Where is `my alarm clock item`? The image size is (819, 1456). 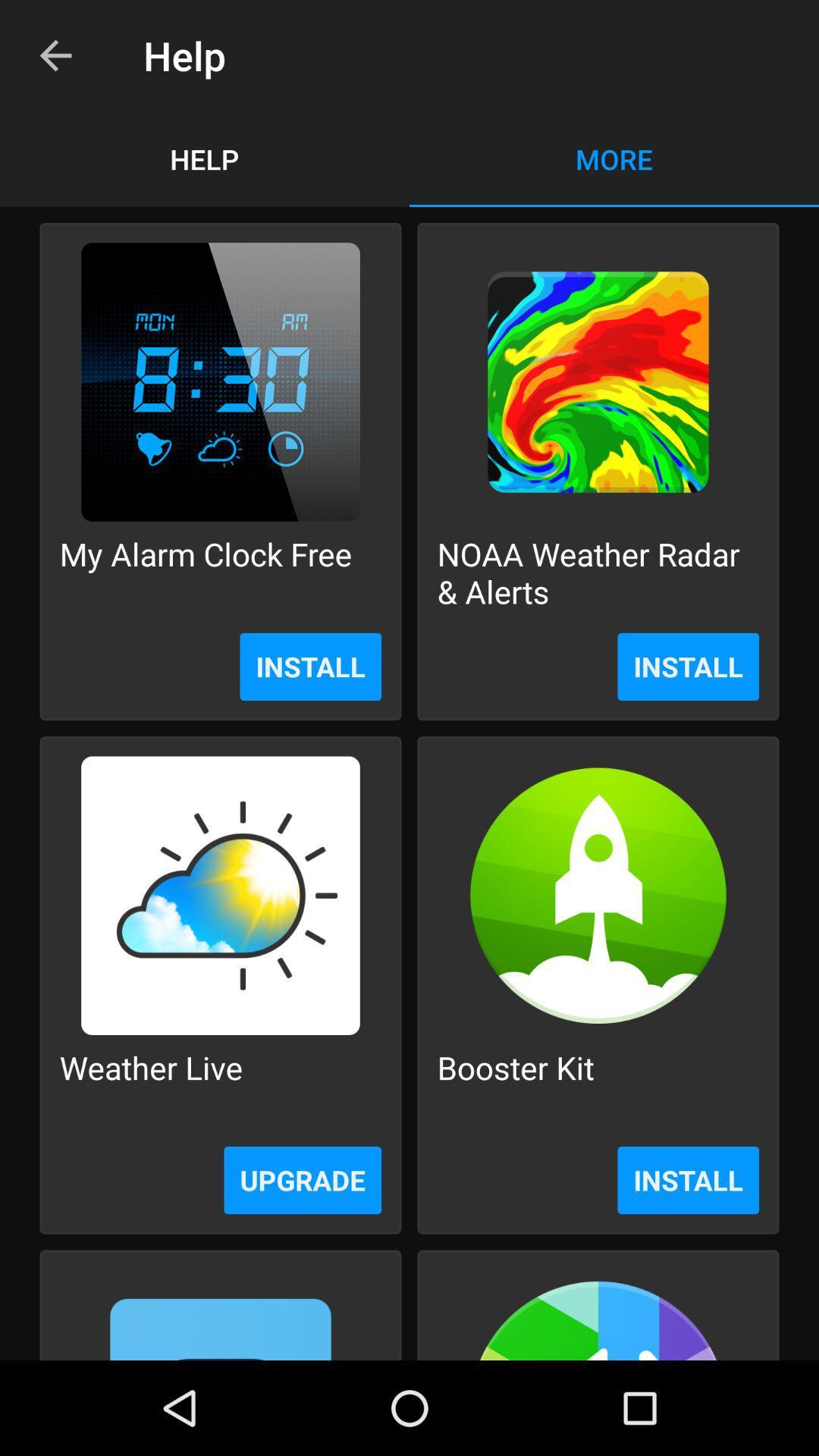 my alarm clock item is located at coordinates (206, 572).